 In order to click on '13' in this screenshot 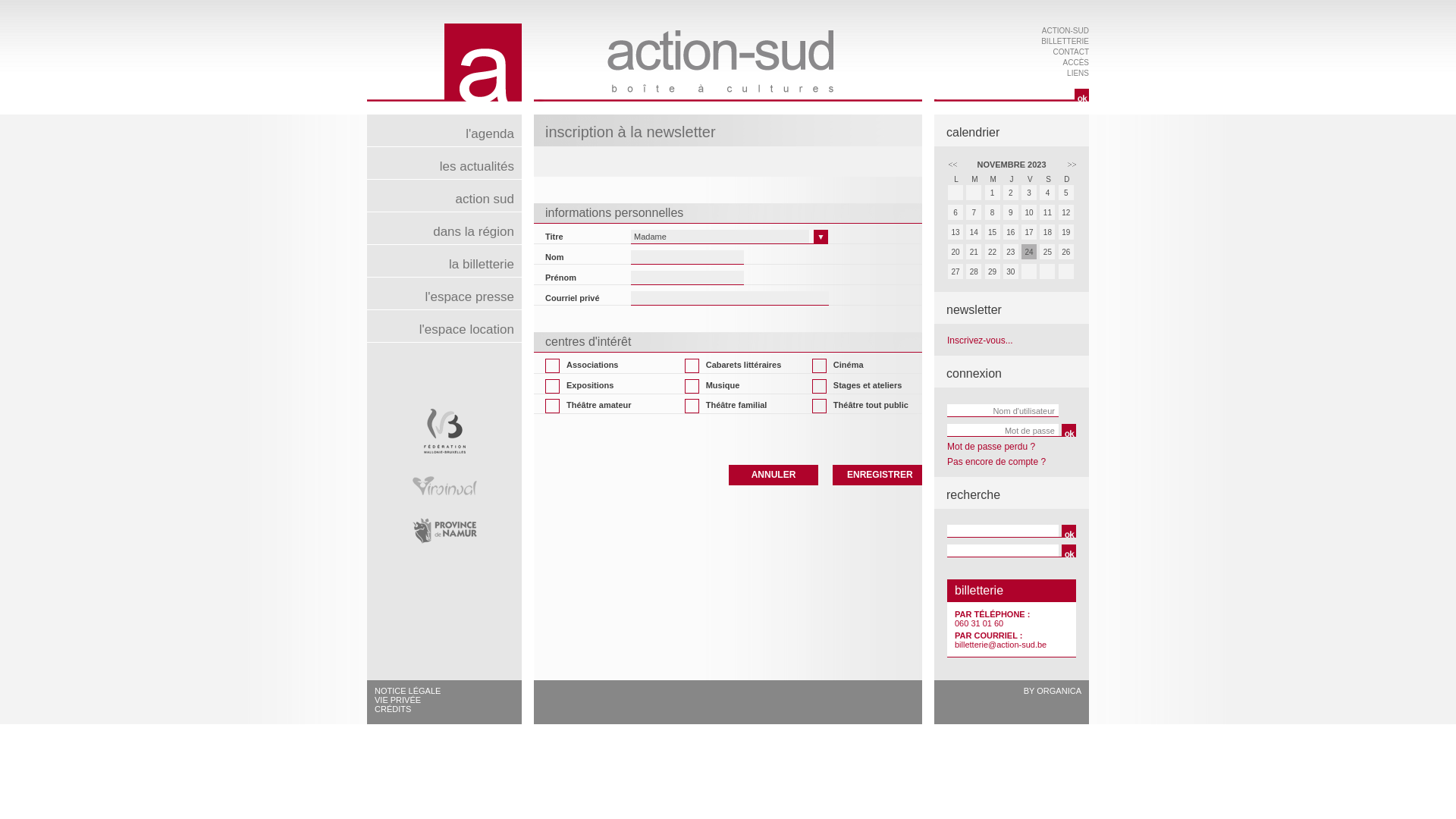, I will do `click(954, 231)`.